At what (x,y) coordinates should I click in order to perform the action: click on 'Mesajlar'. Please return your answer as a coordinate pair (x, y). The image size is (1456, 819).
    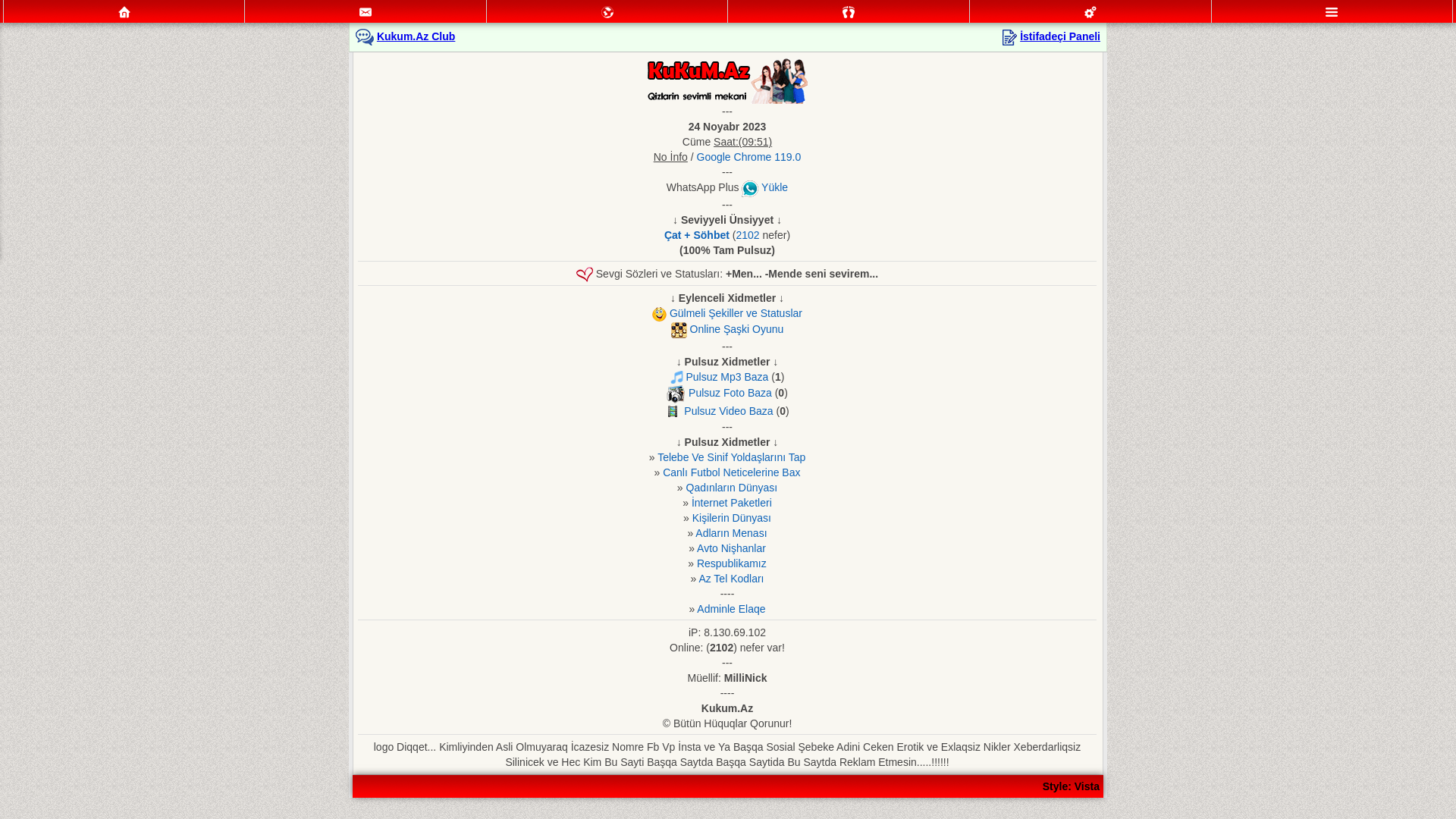
    Looking at the image, I should click on (365, 11).